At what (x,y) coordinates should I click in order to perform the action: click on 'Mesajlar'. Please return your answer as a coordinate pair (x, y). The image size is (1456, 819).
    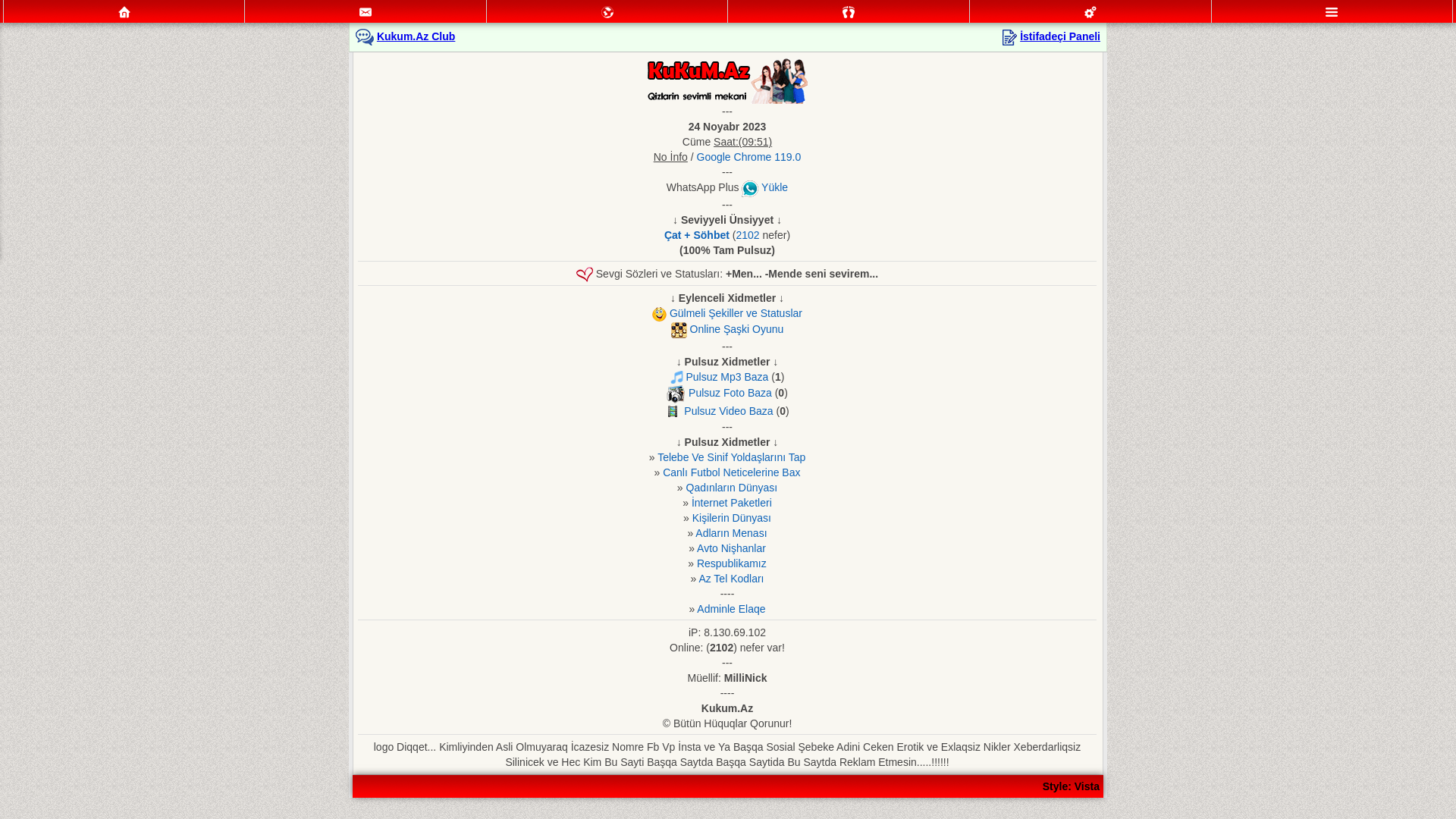
    Looking at the image, I should click on (365, 11).